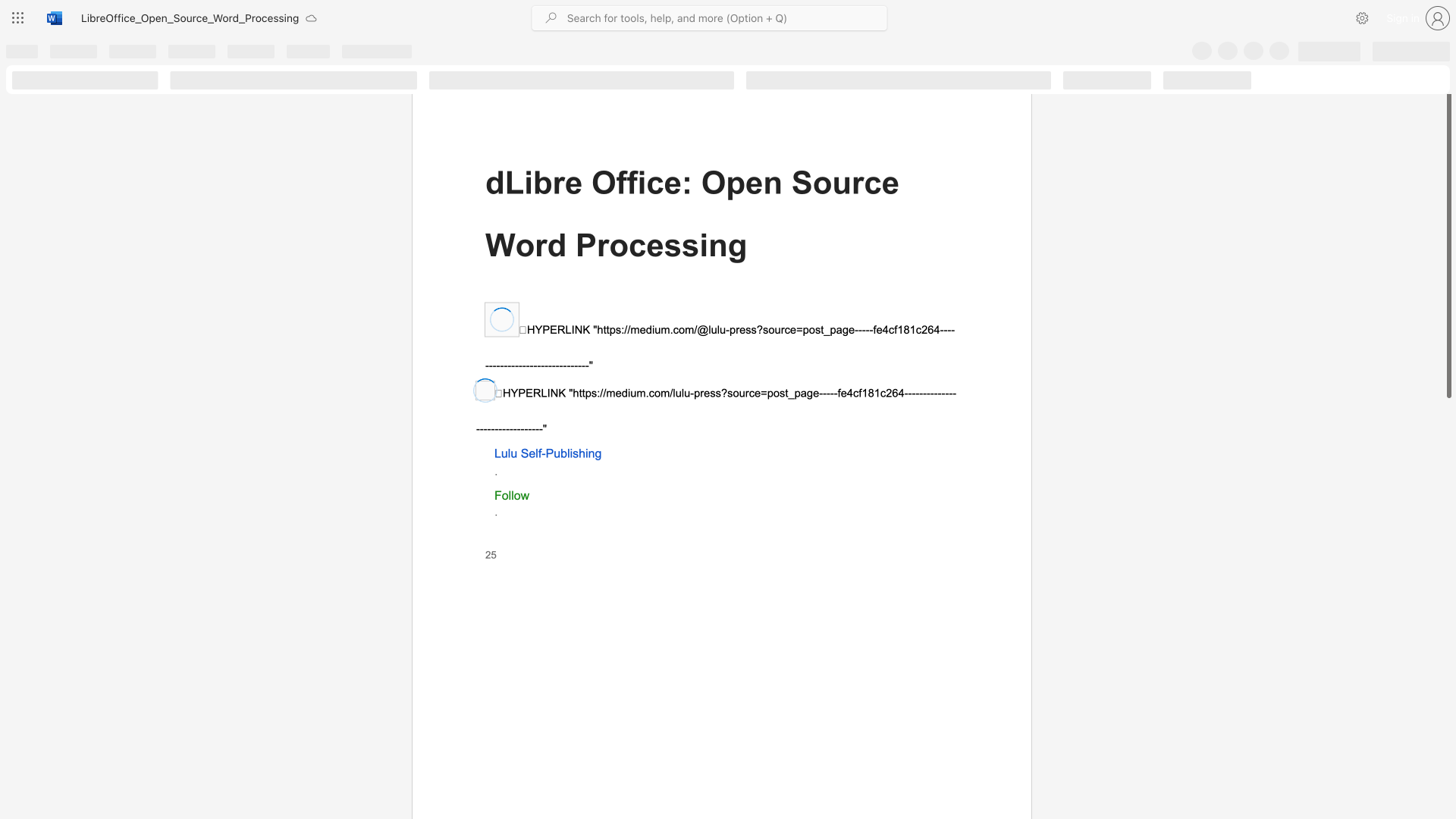 This screenshot has width=1456, height=819. I want to click on the scrollbar on the right side to scroll the page down, so click(1448, 553).